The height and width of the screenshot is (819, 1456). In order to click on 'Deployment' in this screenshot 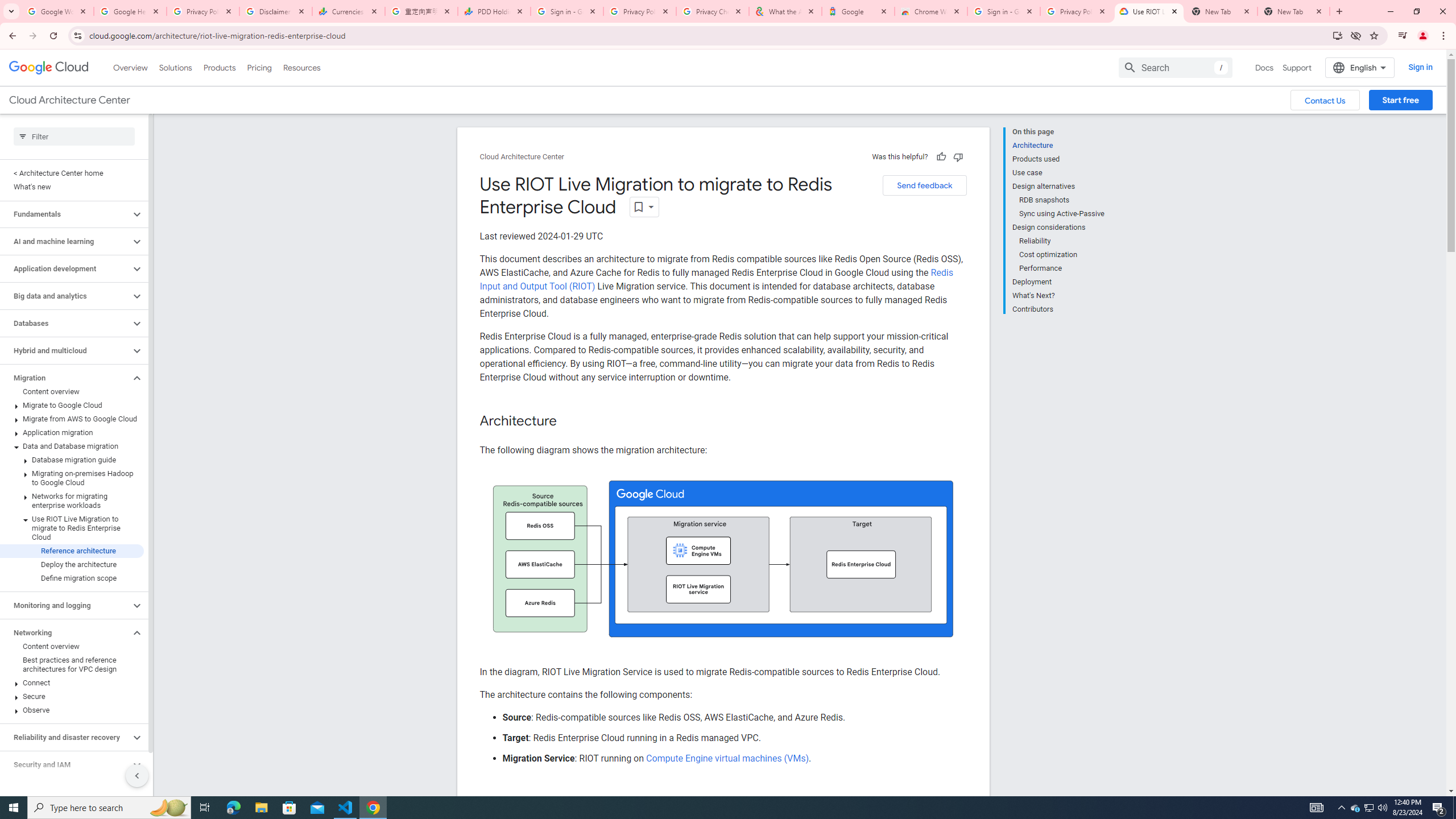, I will do `click(1058, 282)`.